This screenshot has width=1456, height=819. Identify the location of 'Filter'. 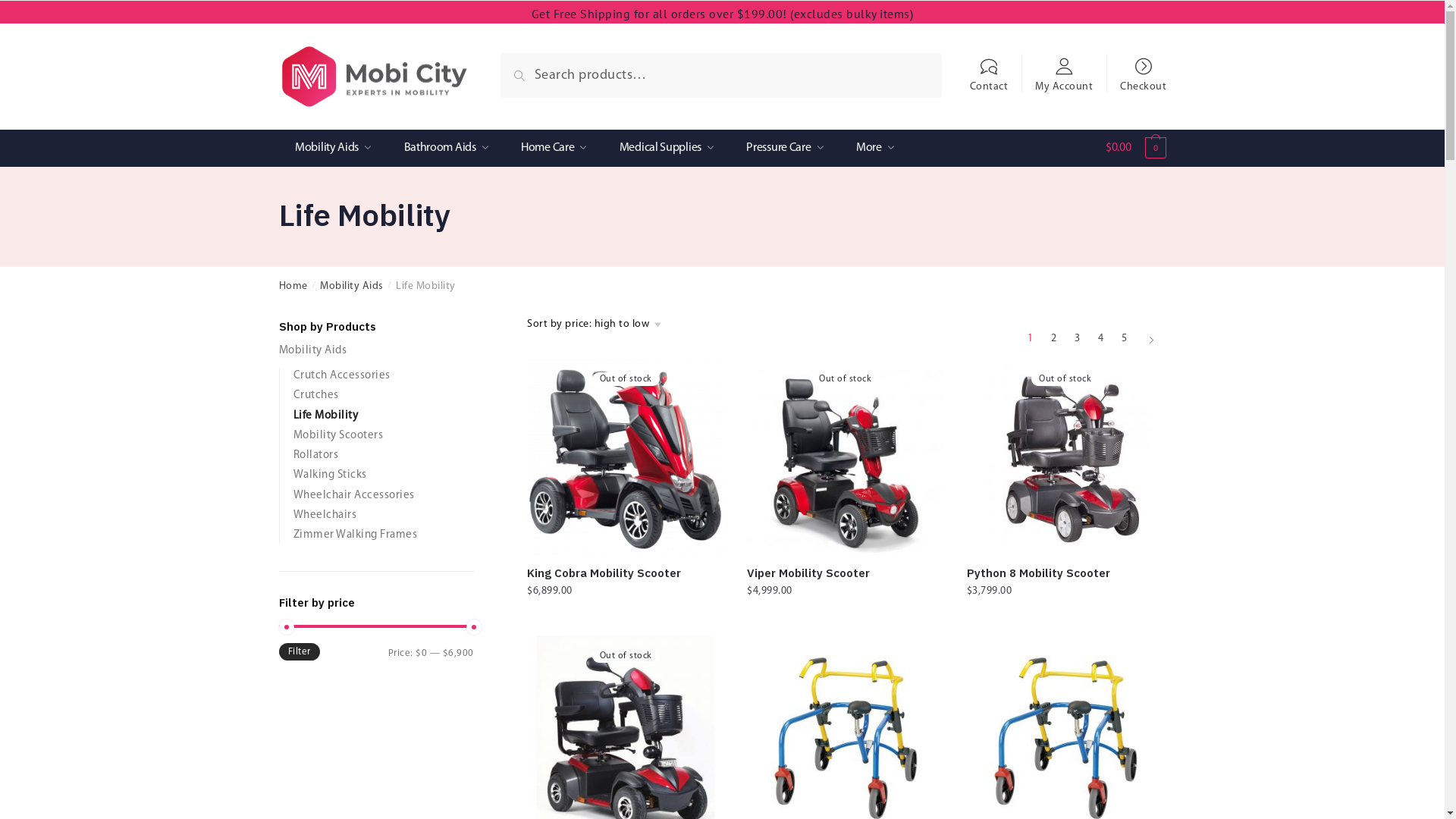
(299, 651).